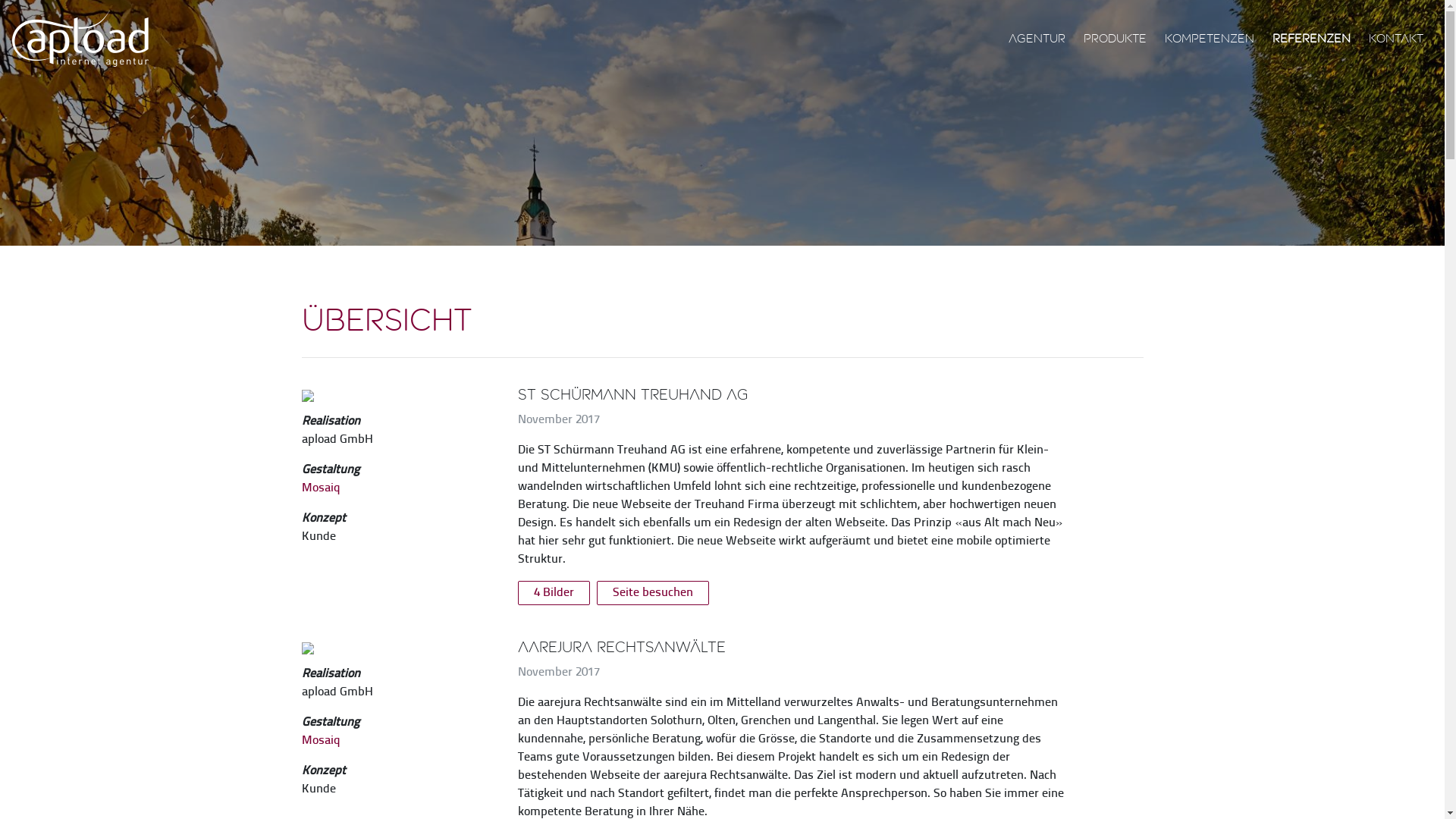 This screenshot has width=1456, height=819. Describe the element at coordinates (651, 592) in the screenshot. I see `'Seite besuchen'` at that location.